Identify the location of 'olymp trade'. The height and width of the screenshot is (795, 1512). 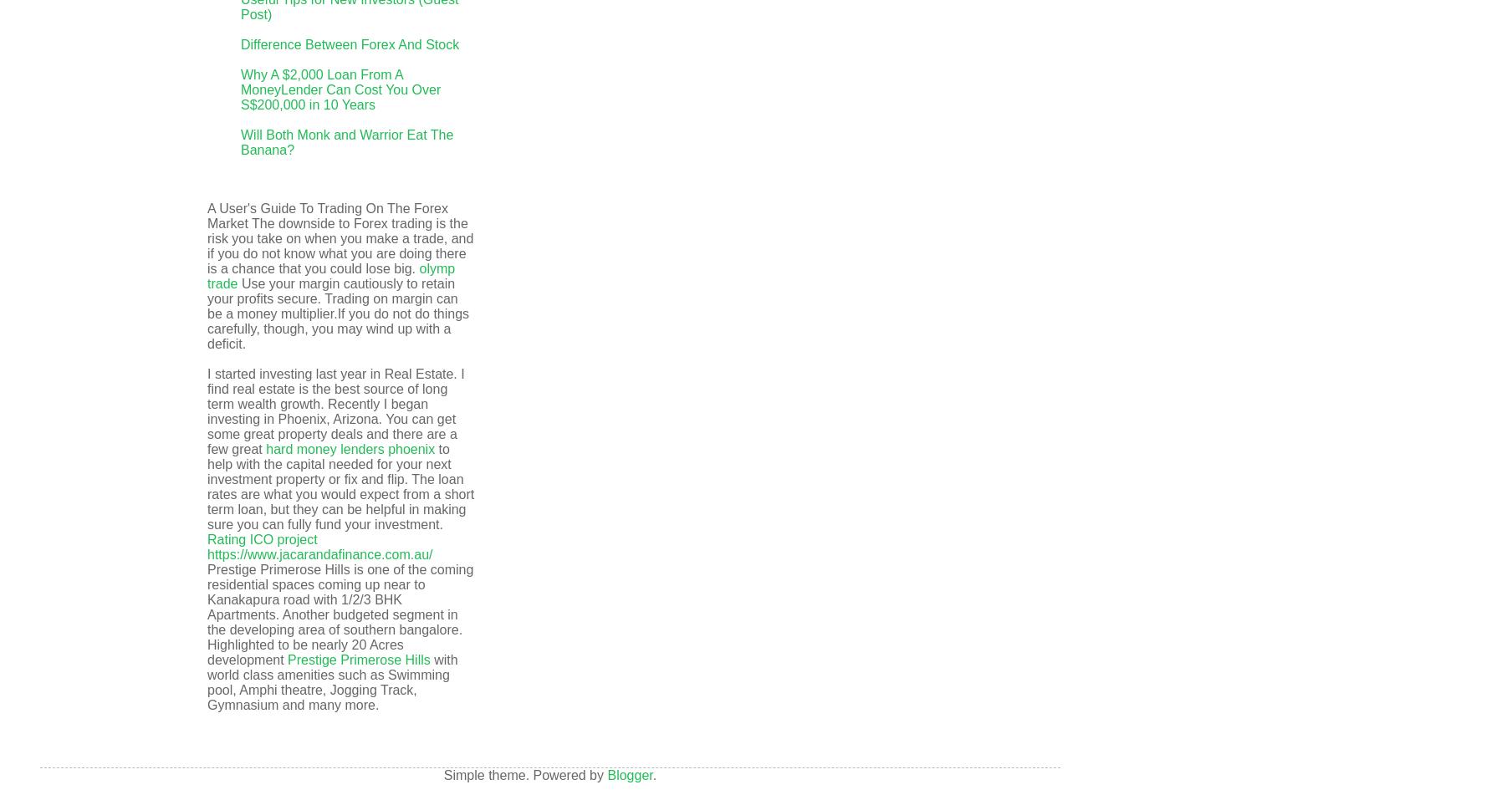
(329, 276).